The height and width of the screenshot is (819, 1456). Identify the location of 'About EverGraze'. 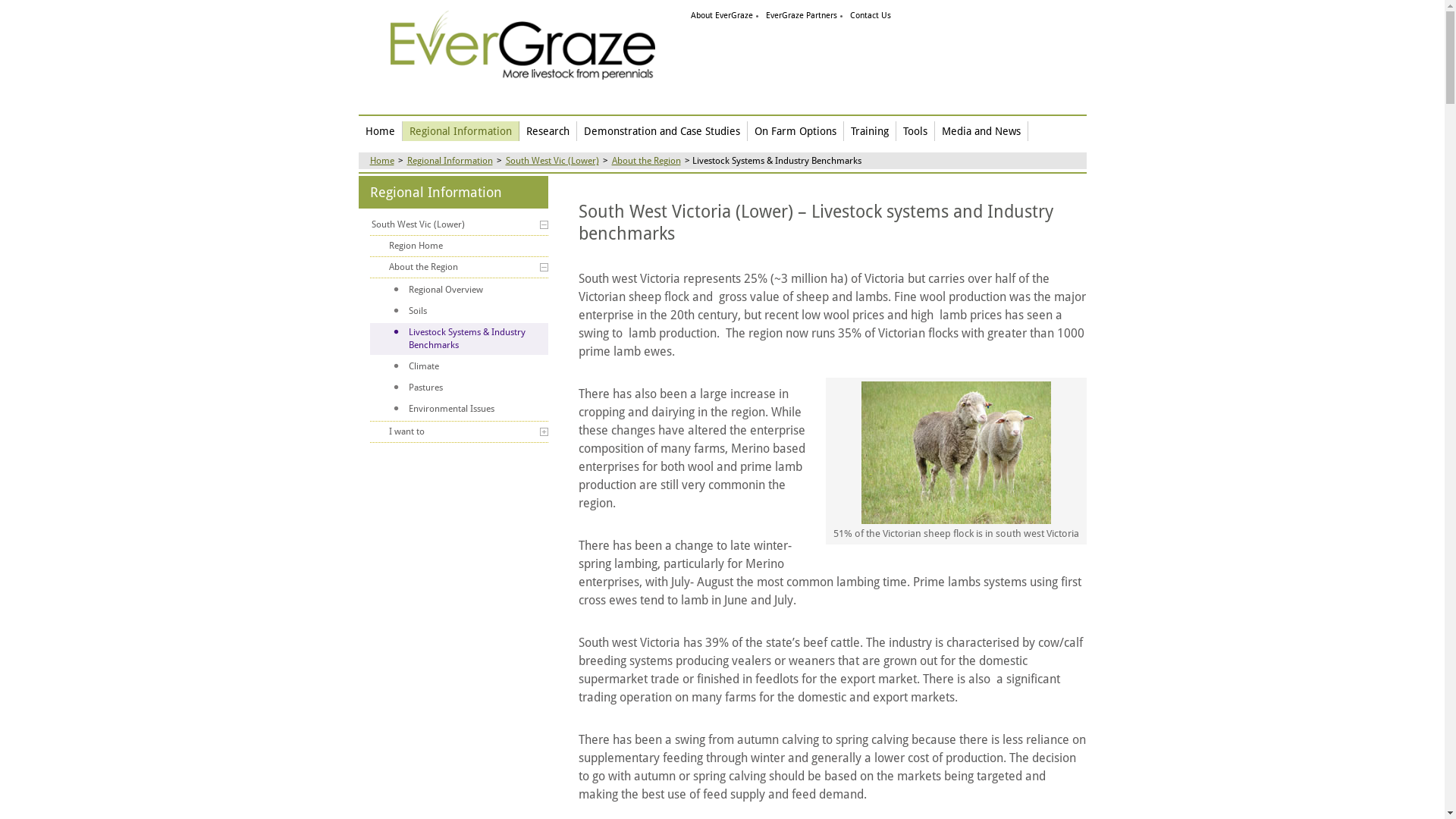
(689, 15).